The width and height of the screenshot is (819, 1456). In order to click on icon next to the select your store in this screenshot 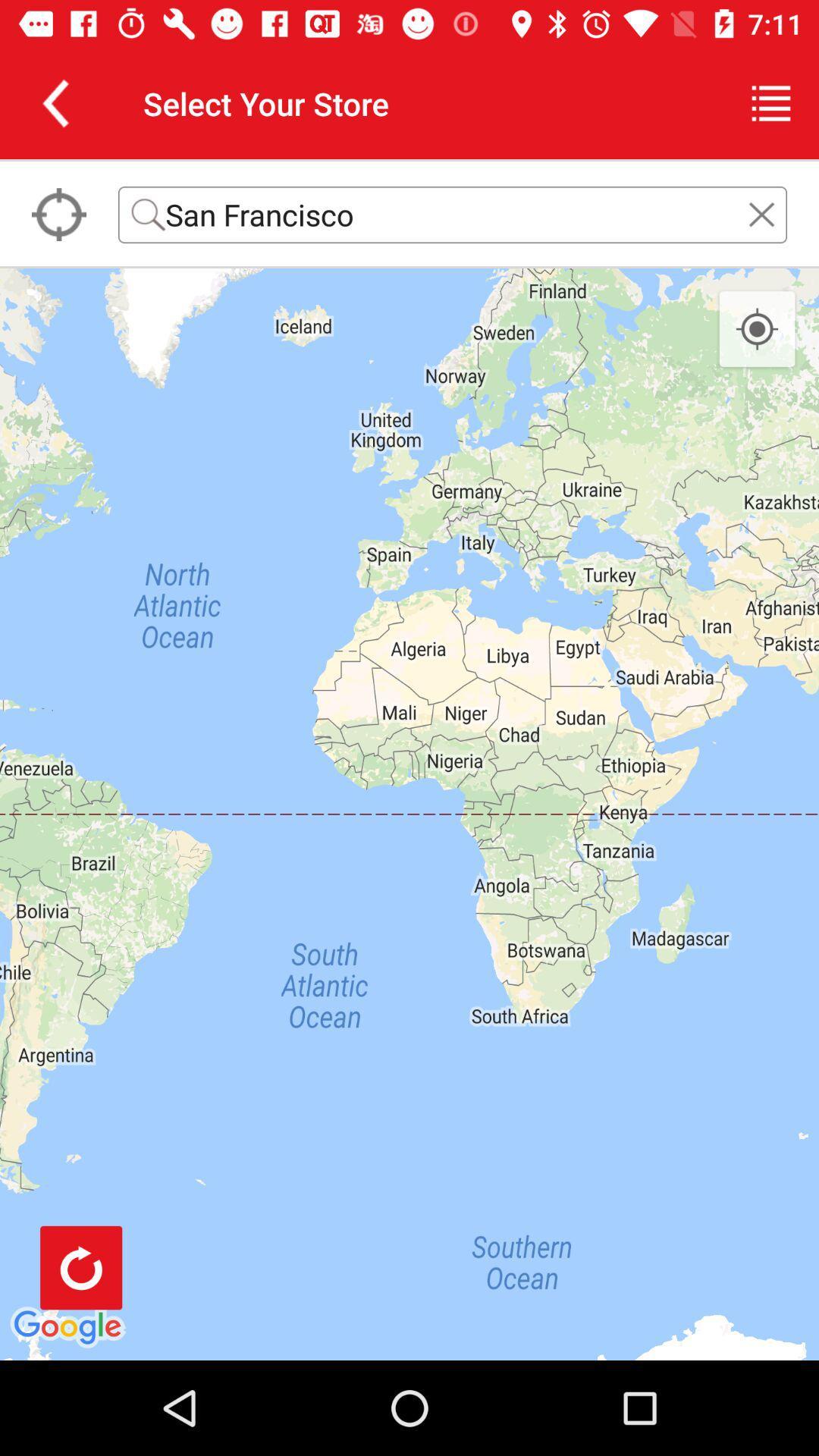, I will do `click(771, 102)`.